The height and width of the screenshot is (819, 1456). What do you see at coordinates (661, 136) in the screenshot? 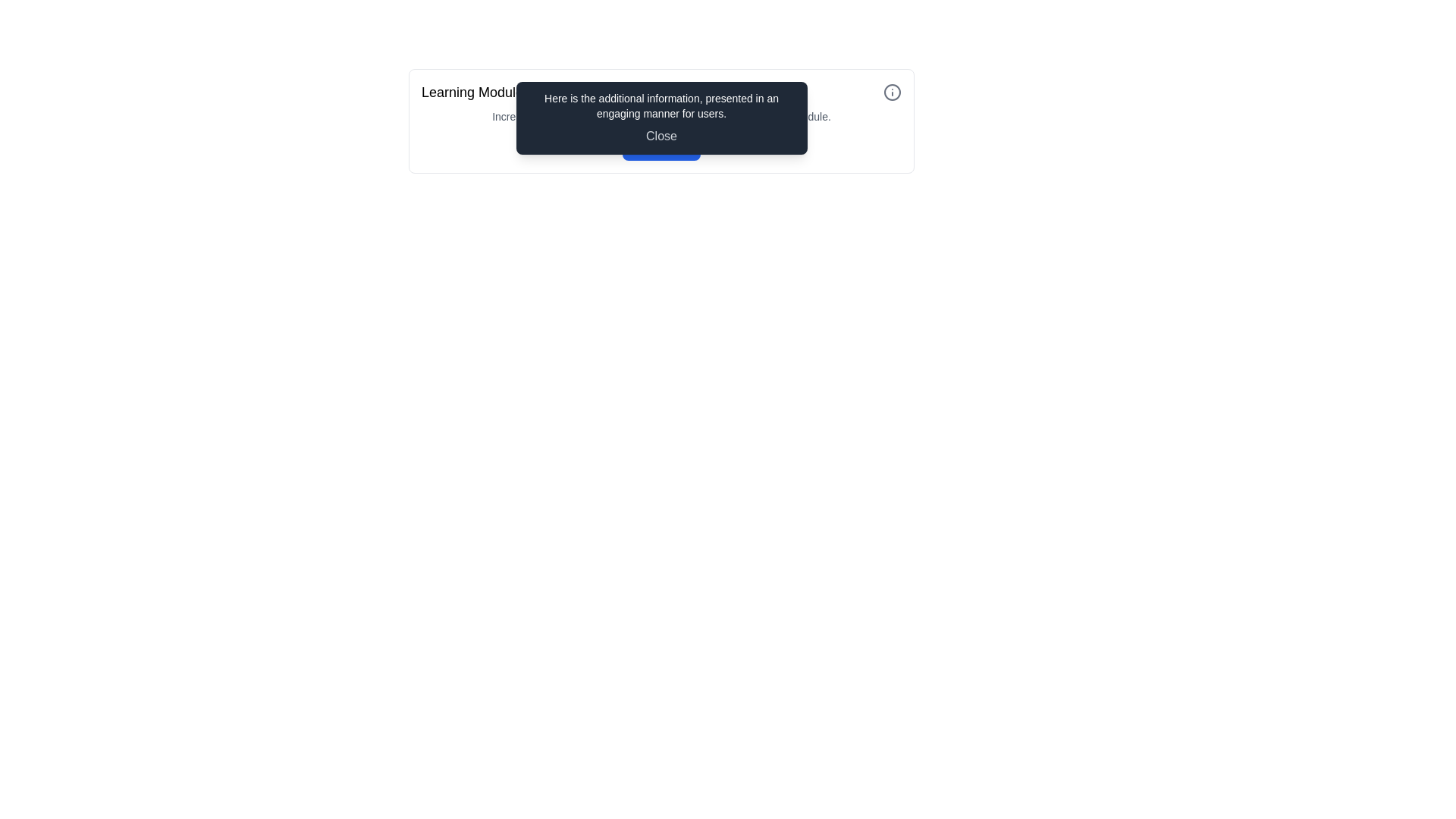
I see `the 'Close' button, which is light gray text on a dark background, located at the bottom of a modal` at bounding box center [661, 136].